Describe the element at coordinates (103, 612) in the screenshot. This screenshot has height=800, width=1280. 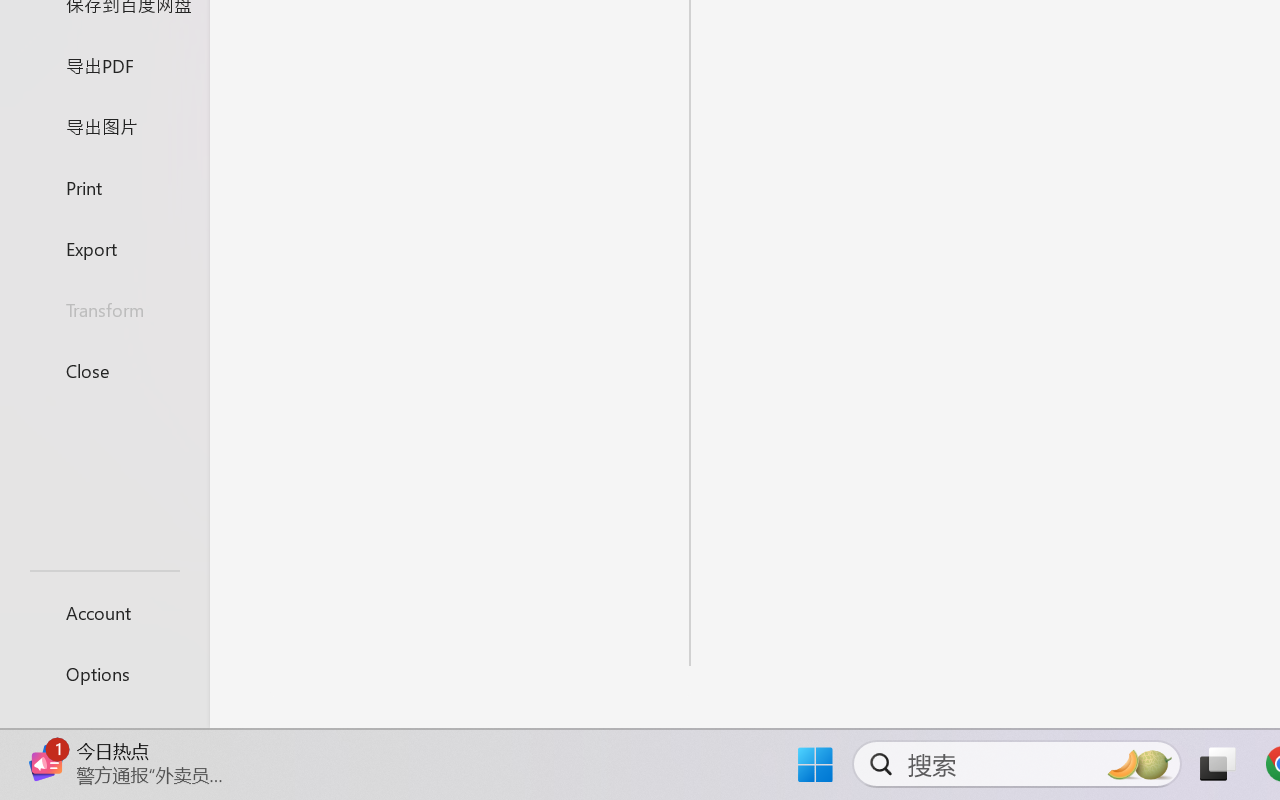
I see `'Account'` at that location.